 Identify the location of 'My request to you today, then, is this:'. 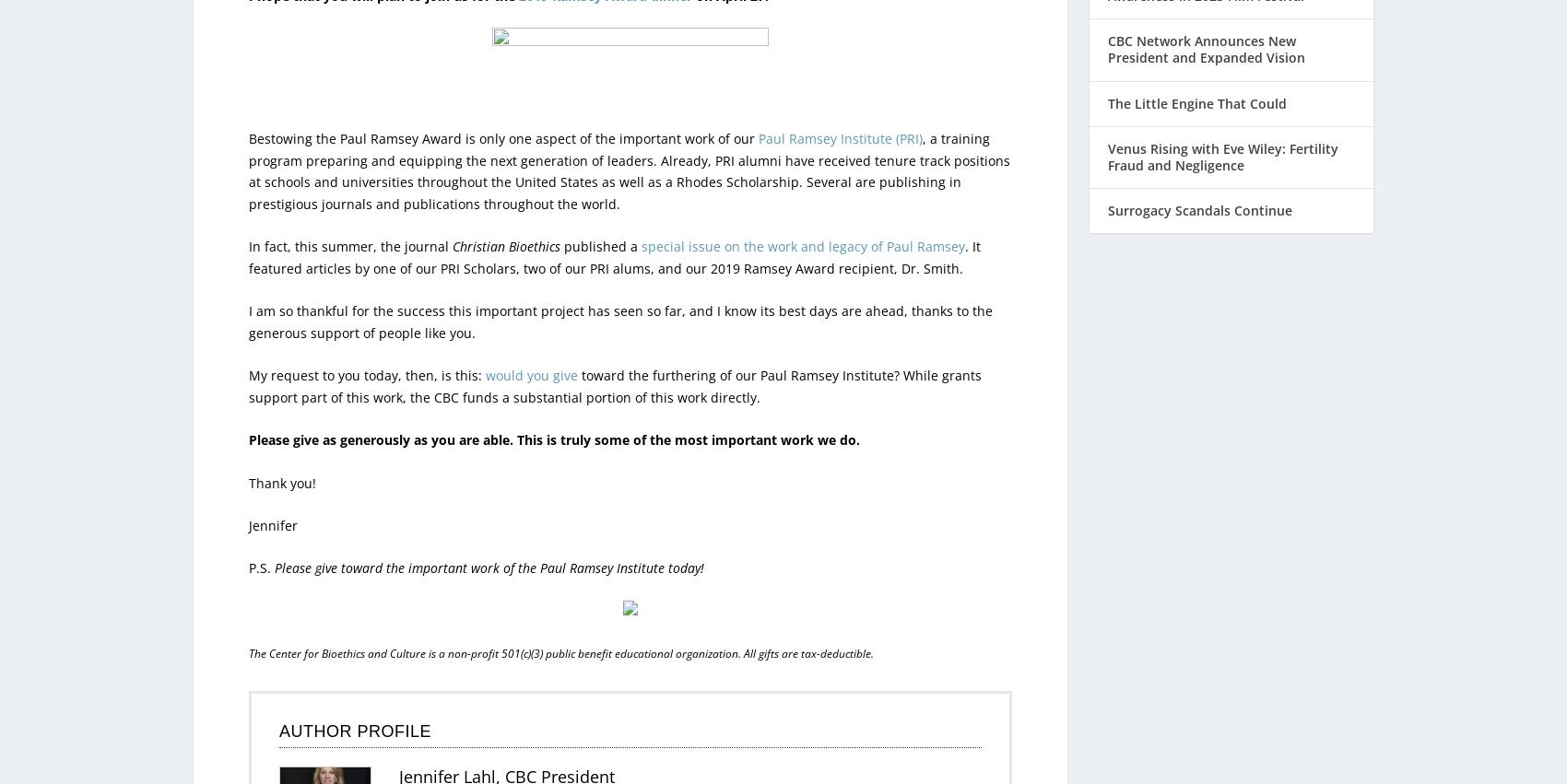
(366, 336).